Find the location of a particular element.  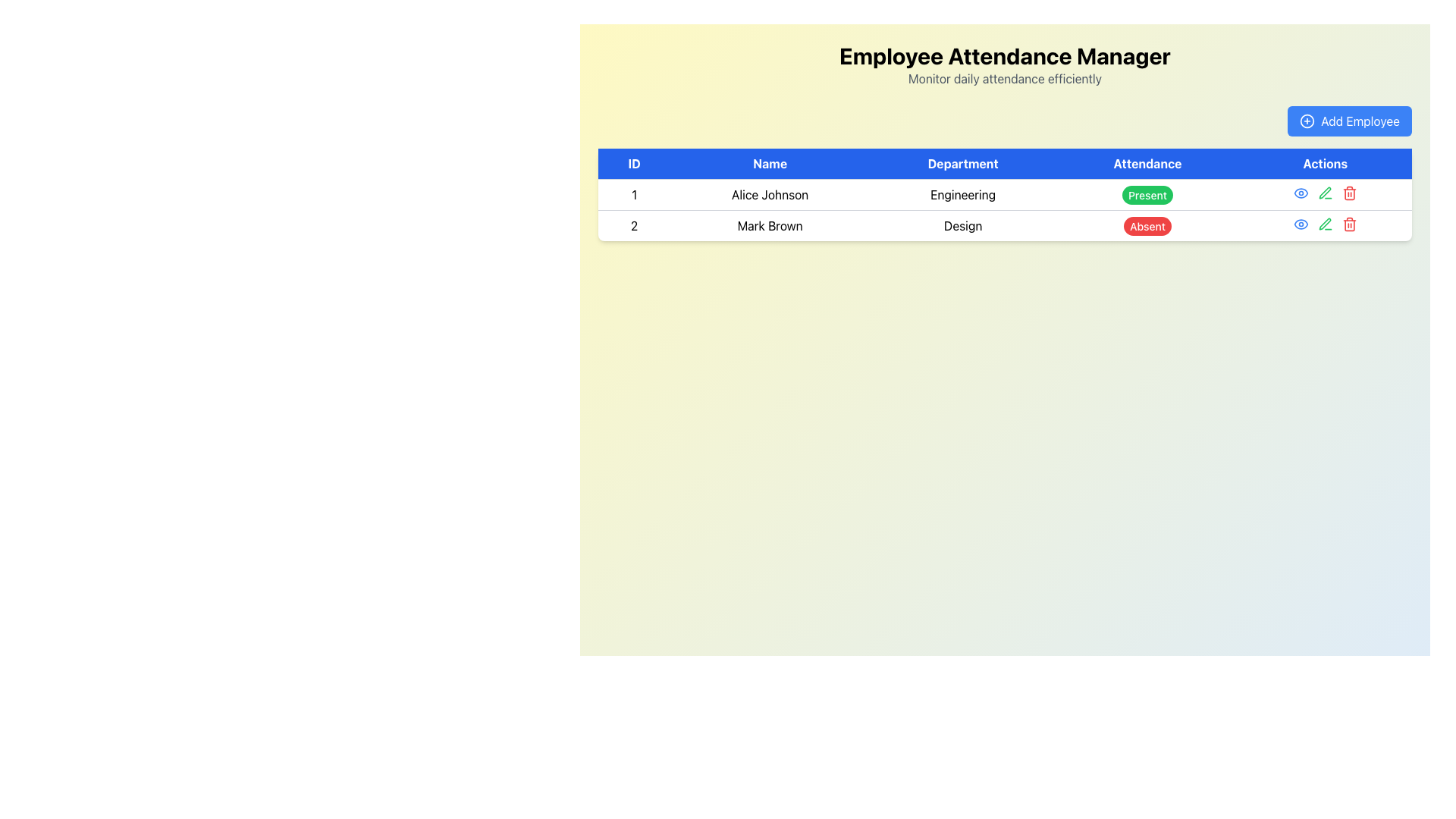

the 'Add Employee' button, which is a rectangular button with rounded corners, blue background, and white text, located at the top-right corner of the interface is located at coordinates (1350, 120).